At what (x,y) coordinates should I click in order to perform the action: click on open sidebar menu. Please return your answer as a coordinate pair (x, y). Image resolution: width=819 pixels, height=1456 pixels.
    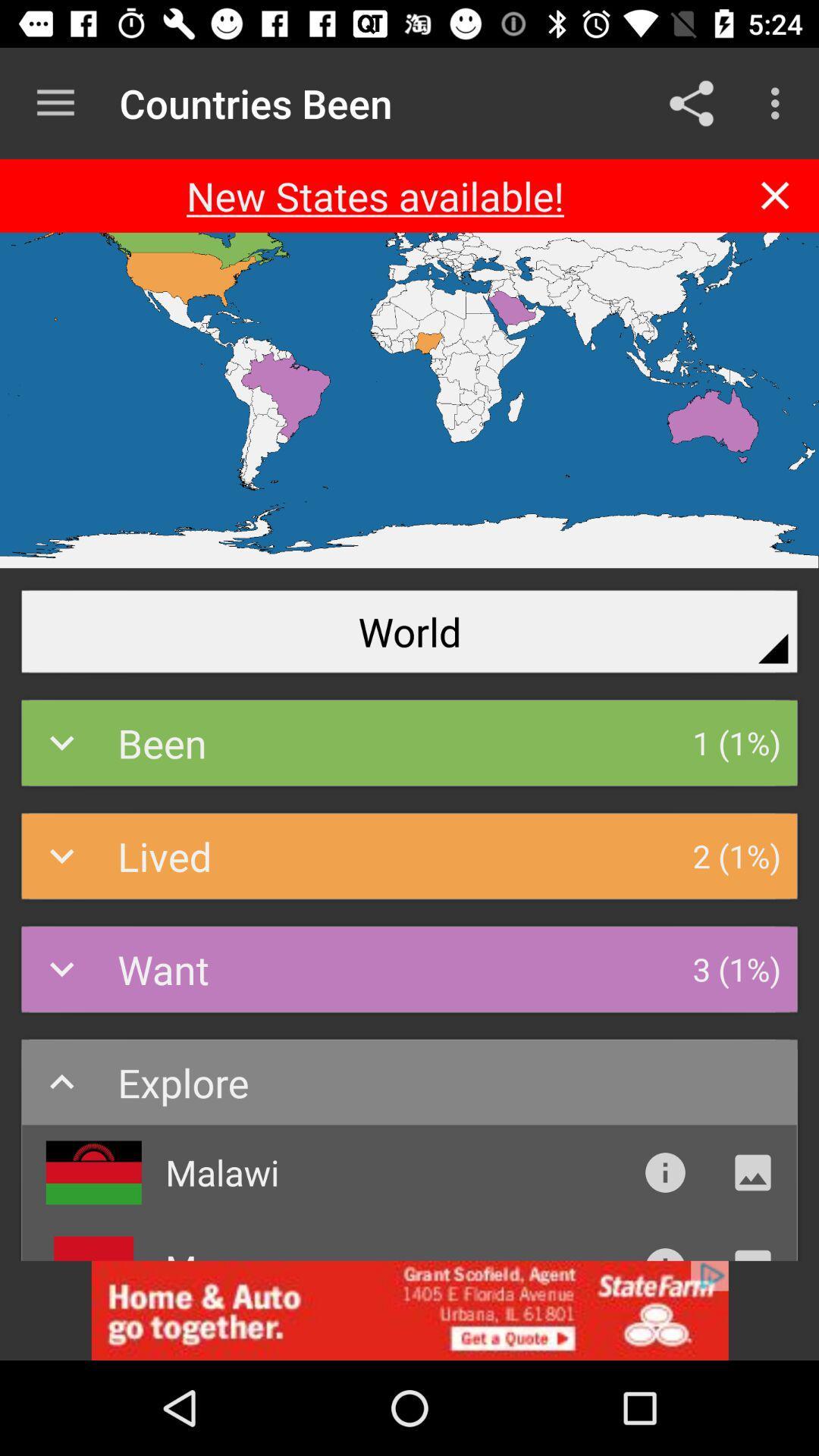
    Looking at the image, I should click on (55, 102).